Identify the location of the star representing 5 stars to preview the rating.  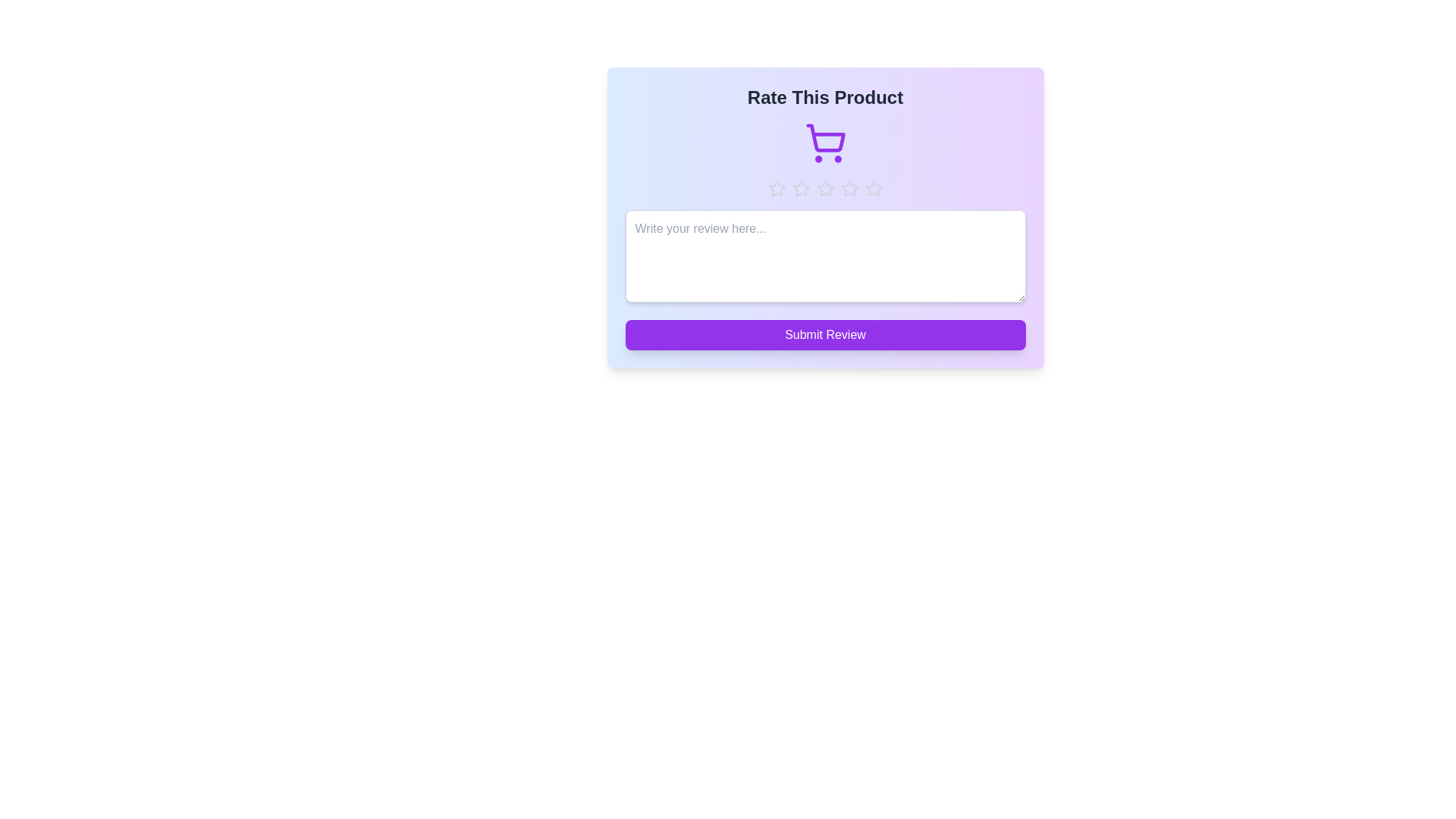
(874, 188).